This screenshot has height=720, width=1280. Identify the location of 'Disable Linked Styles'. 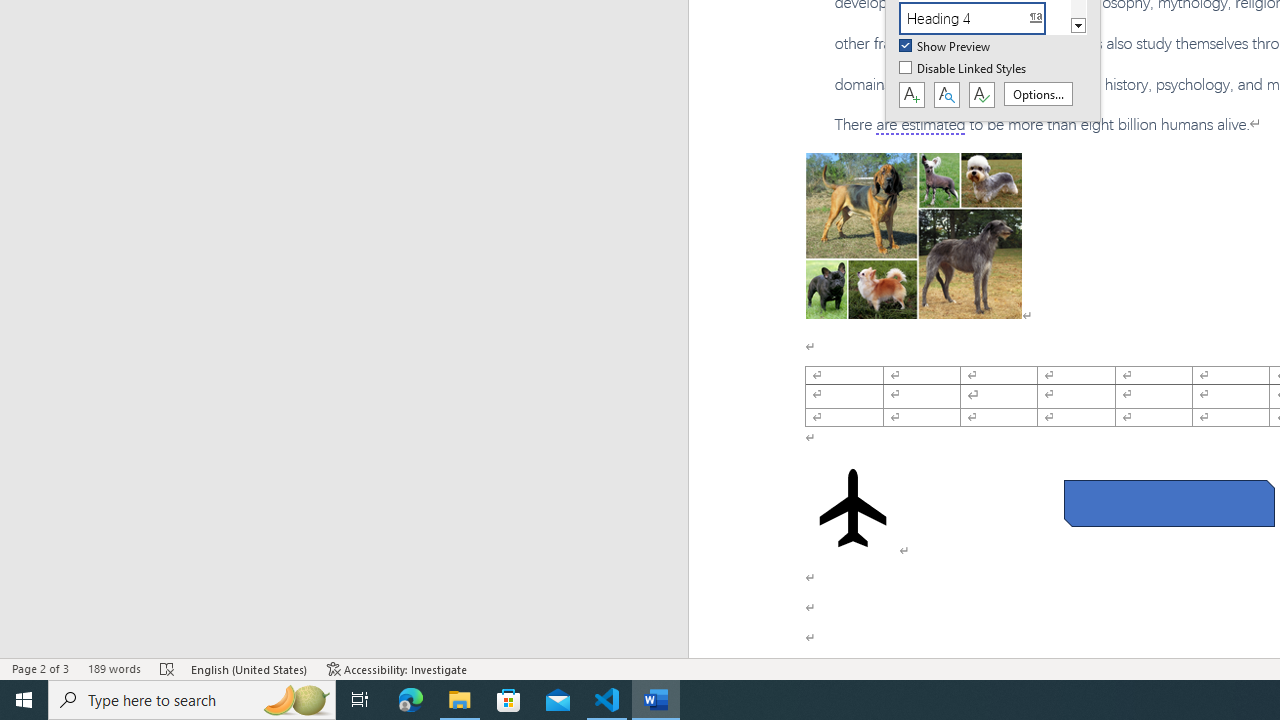
(964, 68).